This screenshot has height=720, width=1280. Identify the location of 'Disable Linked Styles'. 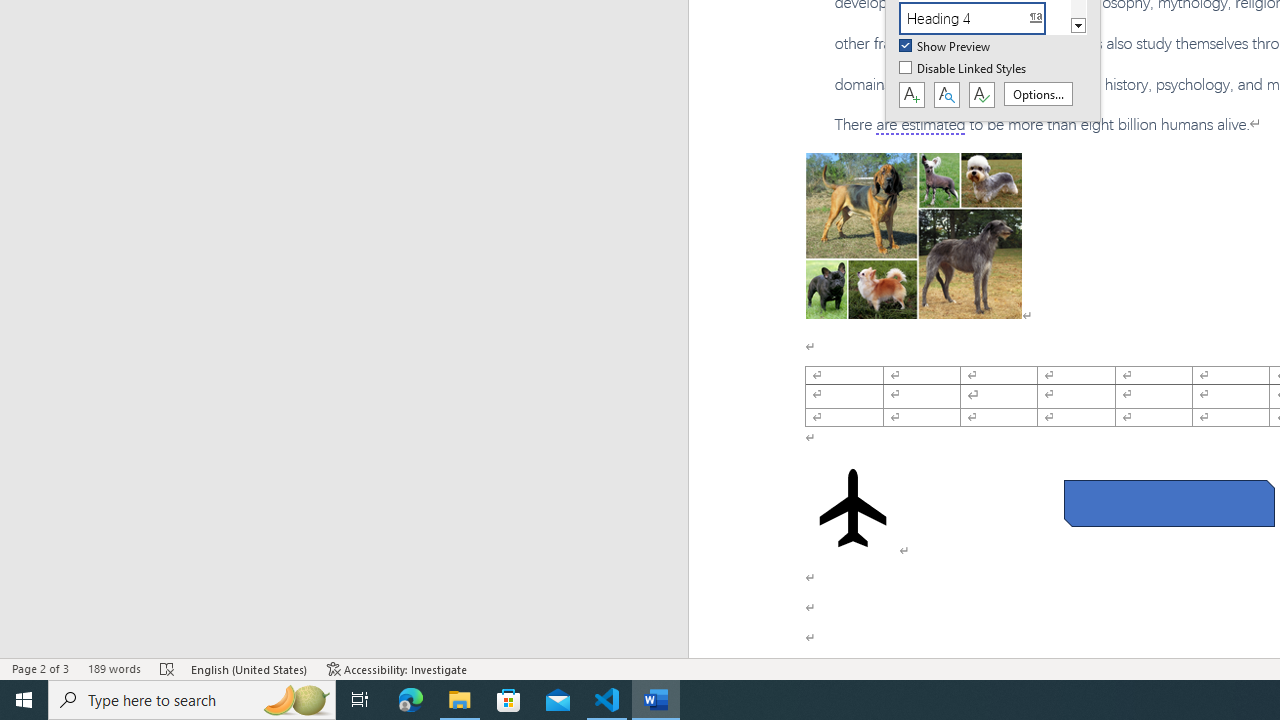
(964, 68).